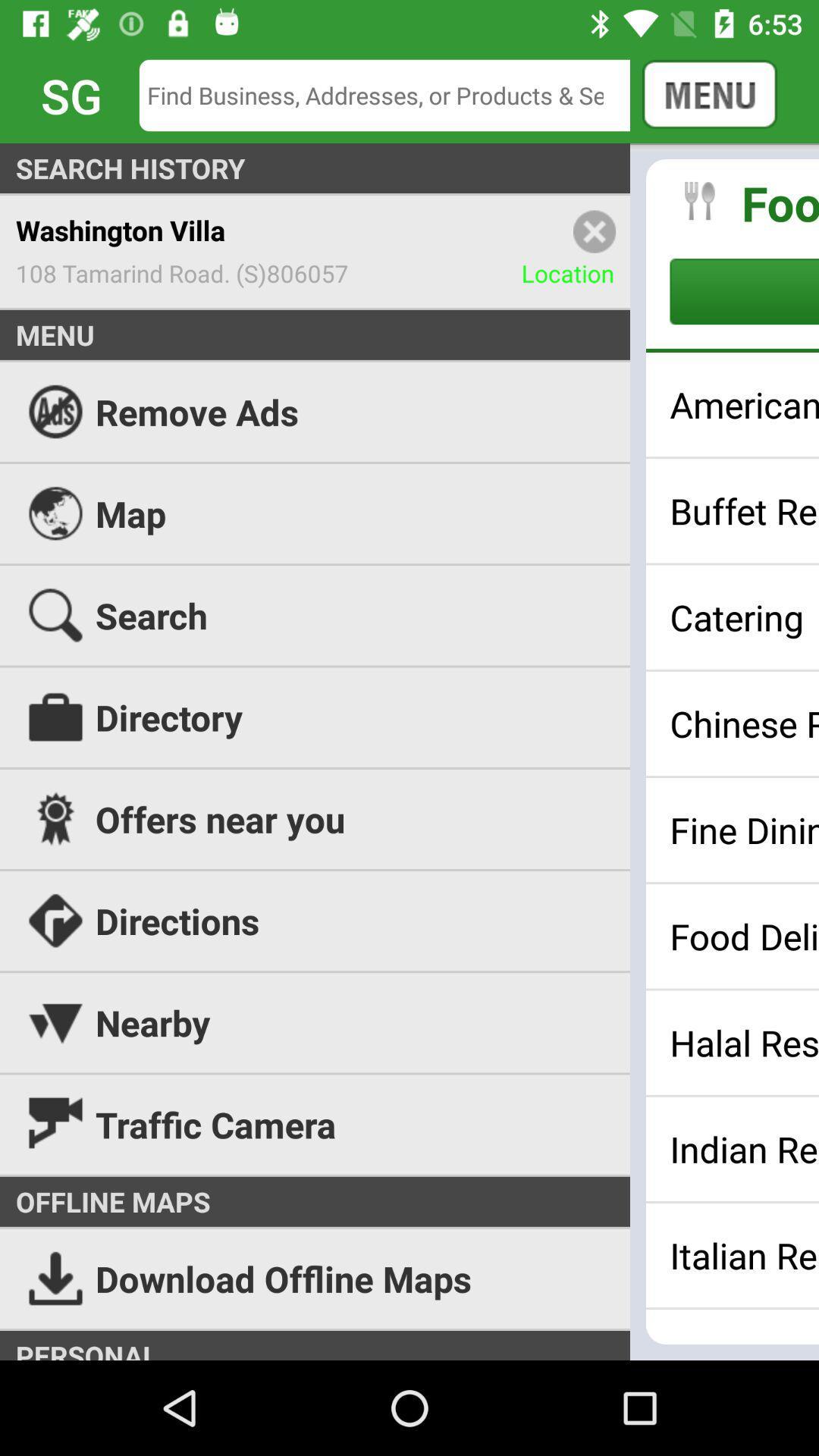  Describe the element at coordinates (576, 273) in the screenshot. I see `the location item` at that location.